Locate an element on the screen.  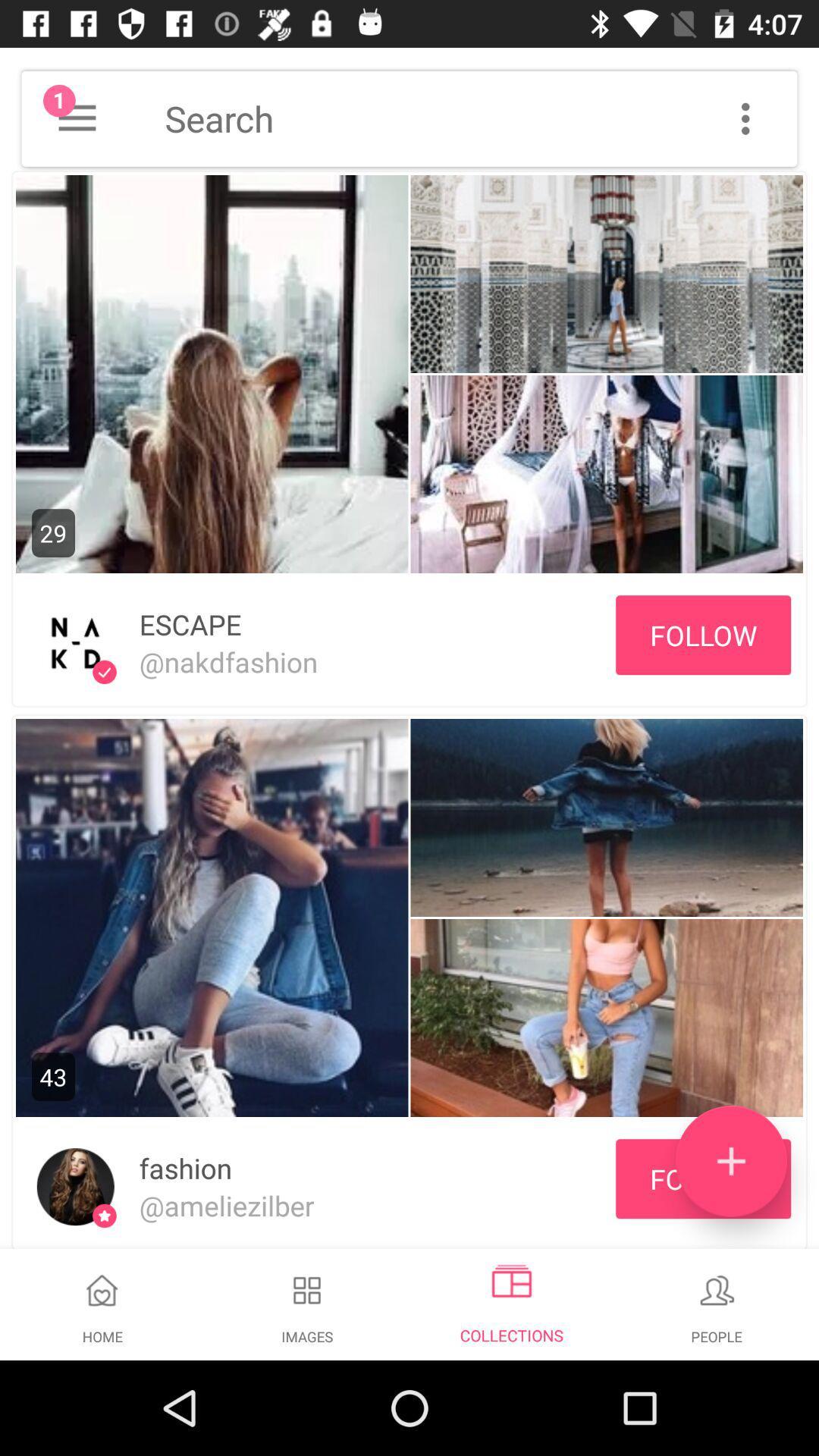
menu button is located at coordinates (745, 118).